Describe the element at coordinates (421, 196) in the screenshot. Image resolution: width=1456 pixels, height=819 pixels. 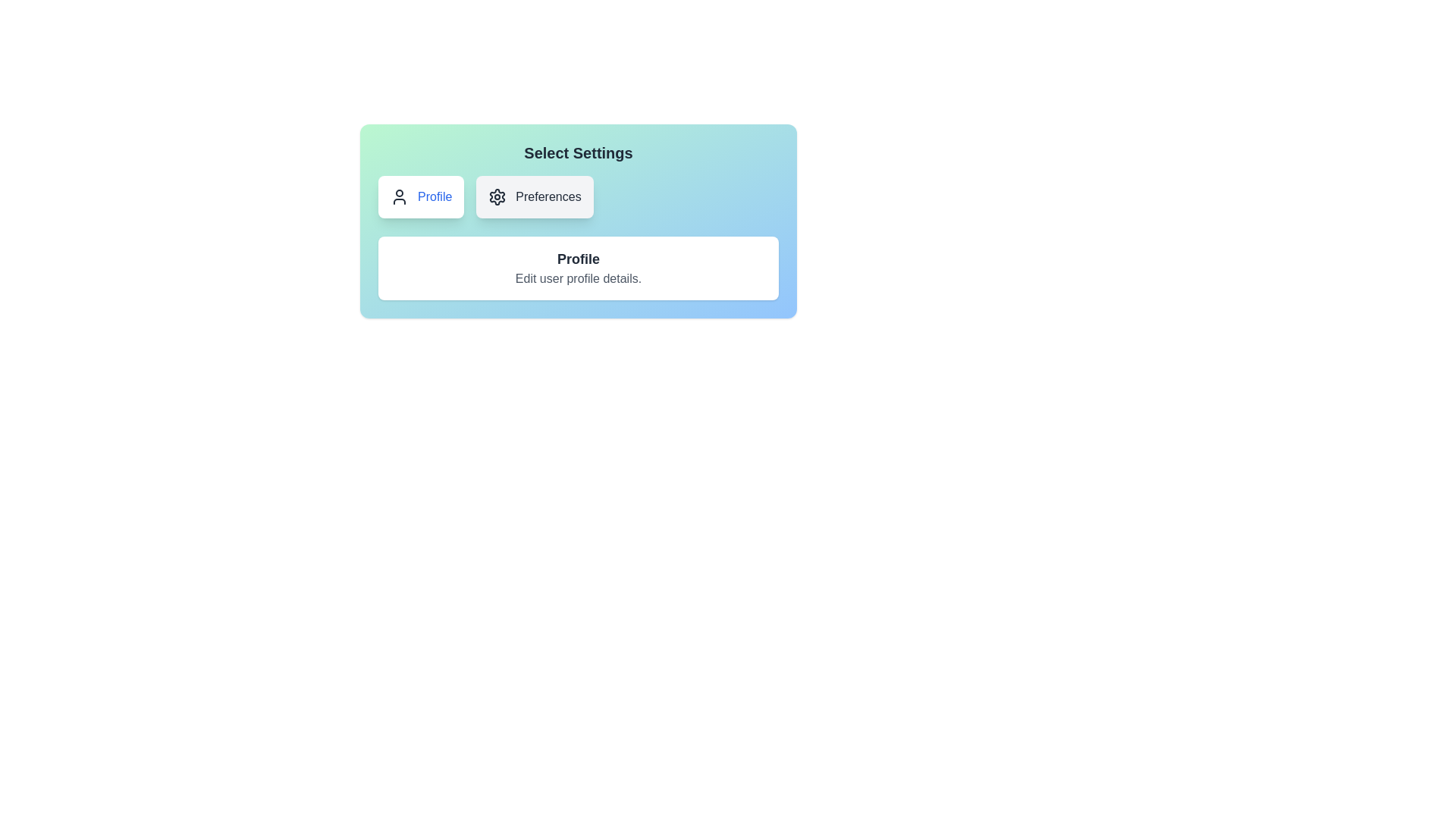
I see `the first button labeled 'Profile'` at that location.